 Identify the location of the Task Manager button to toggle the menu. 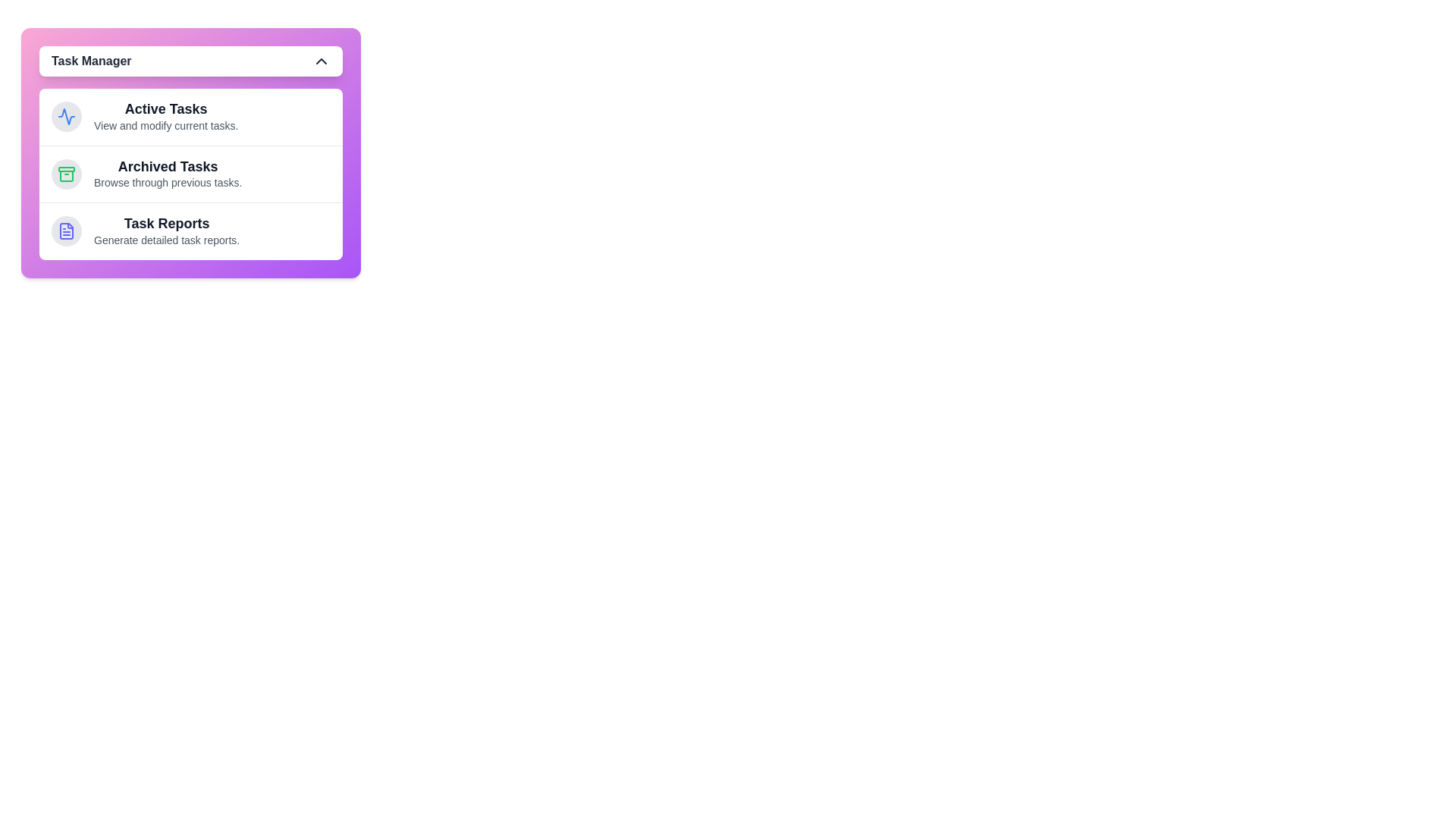
(190, 61).